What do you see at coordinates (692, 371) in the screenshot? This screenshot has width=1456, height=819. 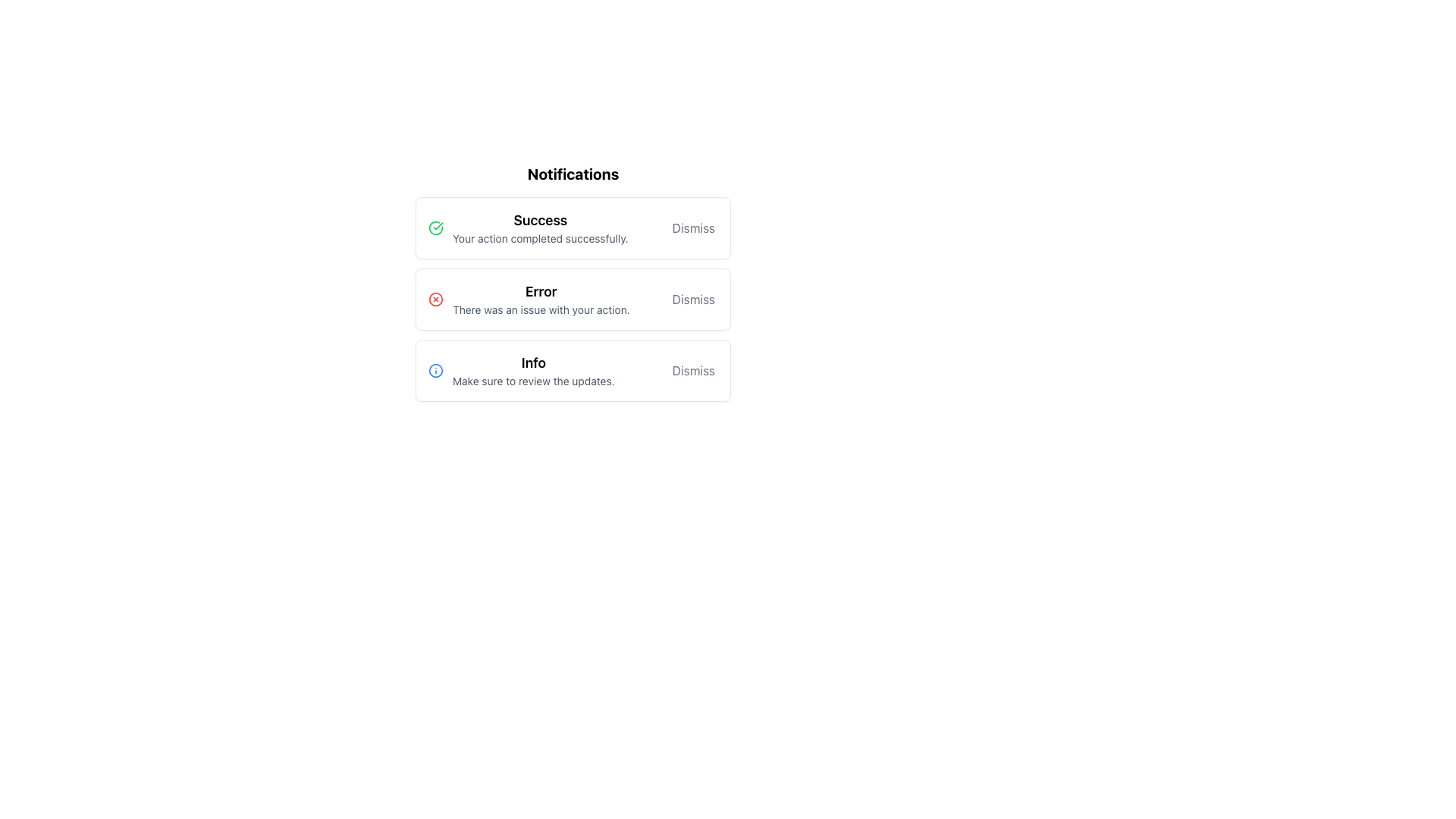 I see `the 'Dismiss' button located in the bottom-right corner of the notification card to observe the styling change when the button darkens` at bounding box center [692, 371].